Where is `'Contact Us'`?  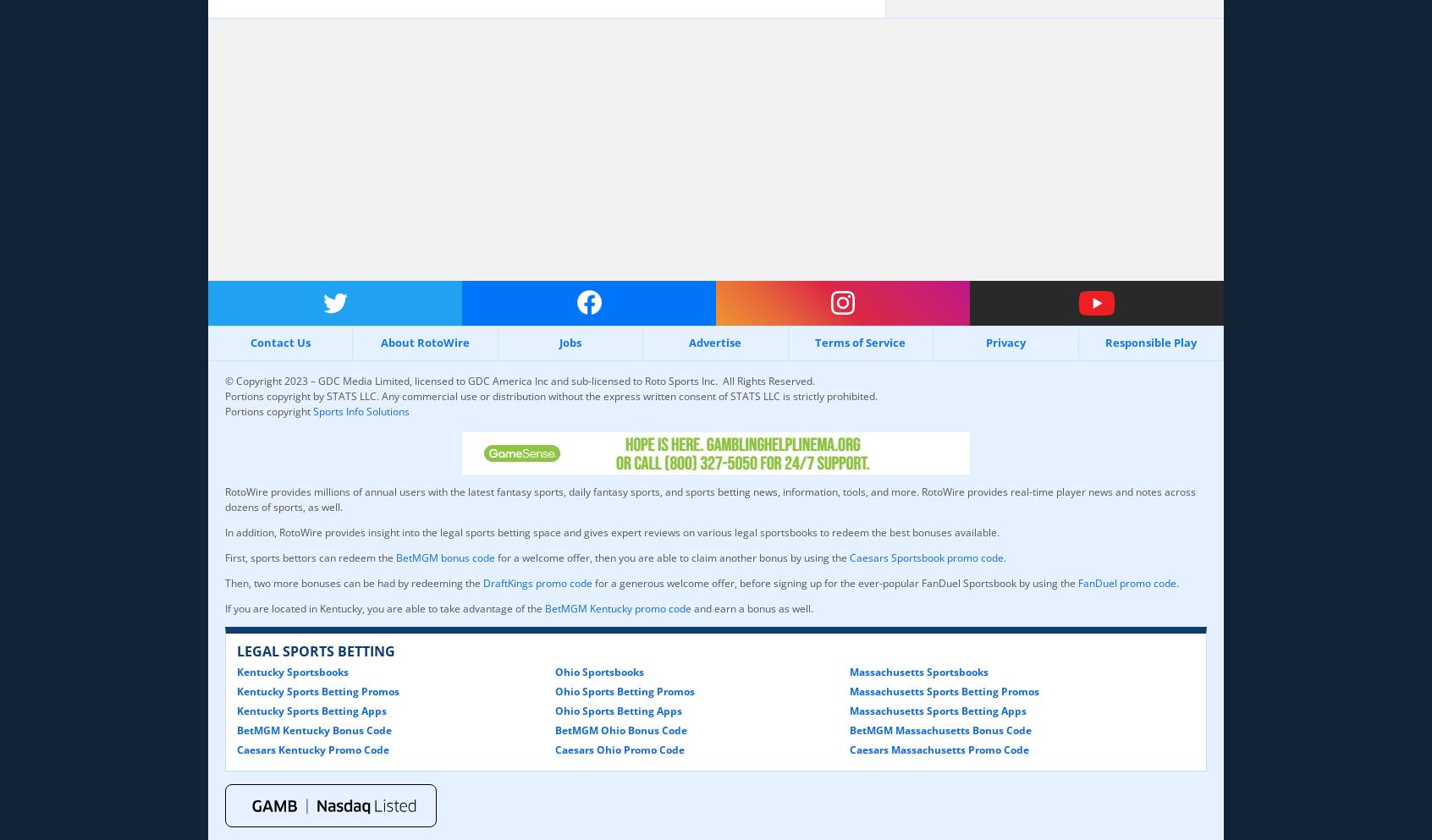
'Contact Us' is located at coordinates (248, 342).